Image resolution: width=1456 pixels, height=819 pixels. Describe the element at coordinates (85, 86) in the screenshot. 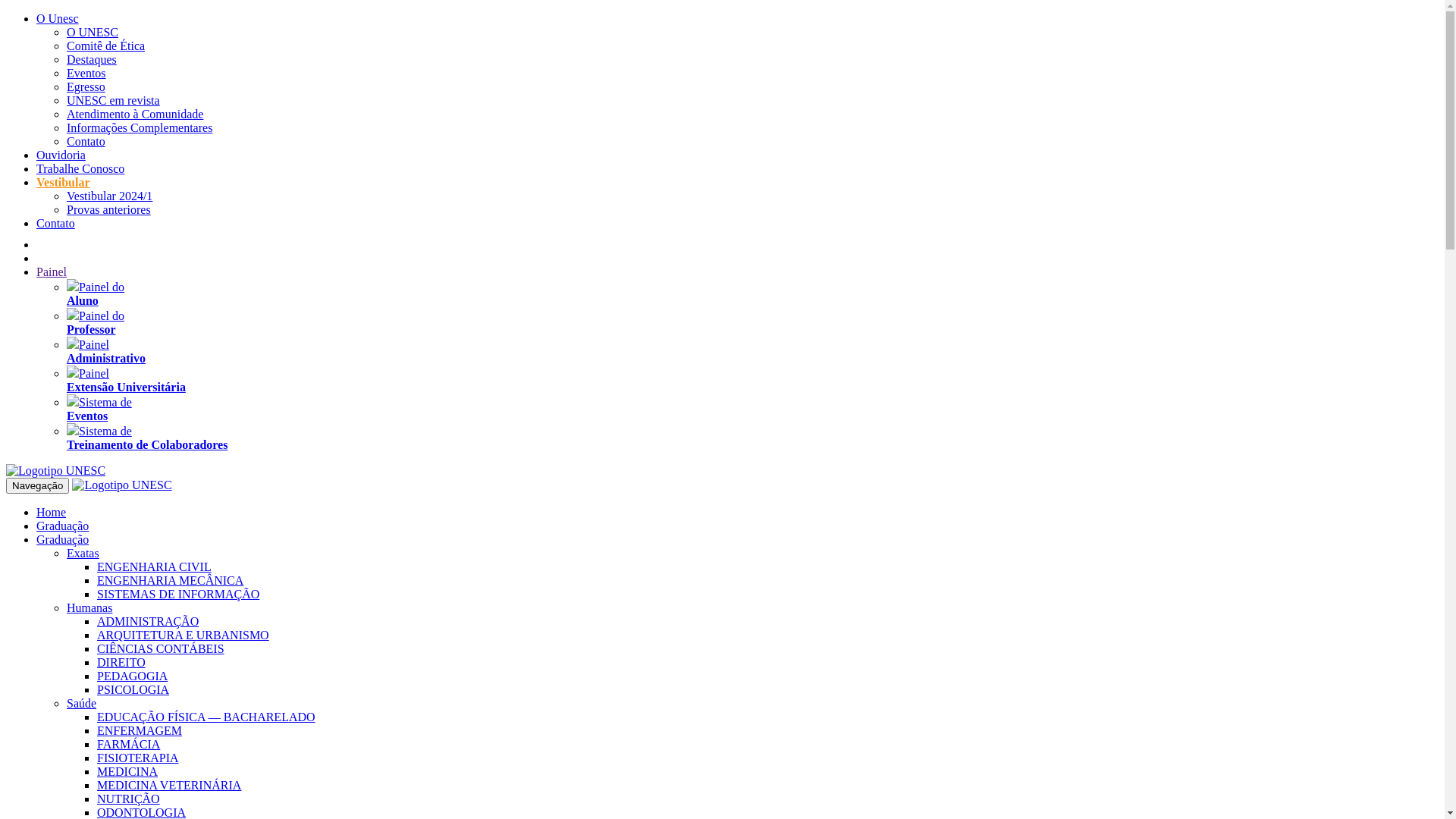

I see `'Egresso'` at that location.